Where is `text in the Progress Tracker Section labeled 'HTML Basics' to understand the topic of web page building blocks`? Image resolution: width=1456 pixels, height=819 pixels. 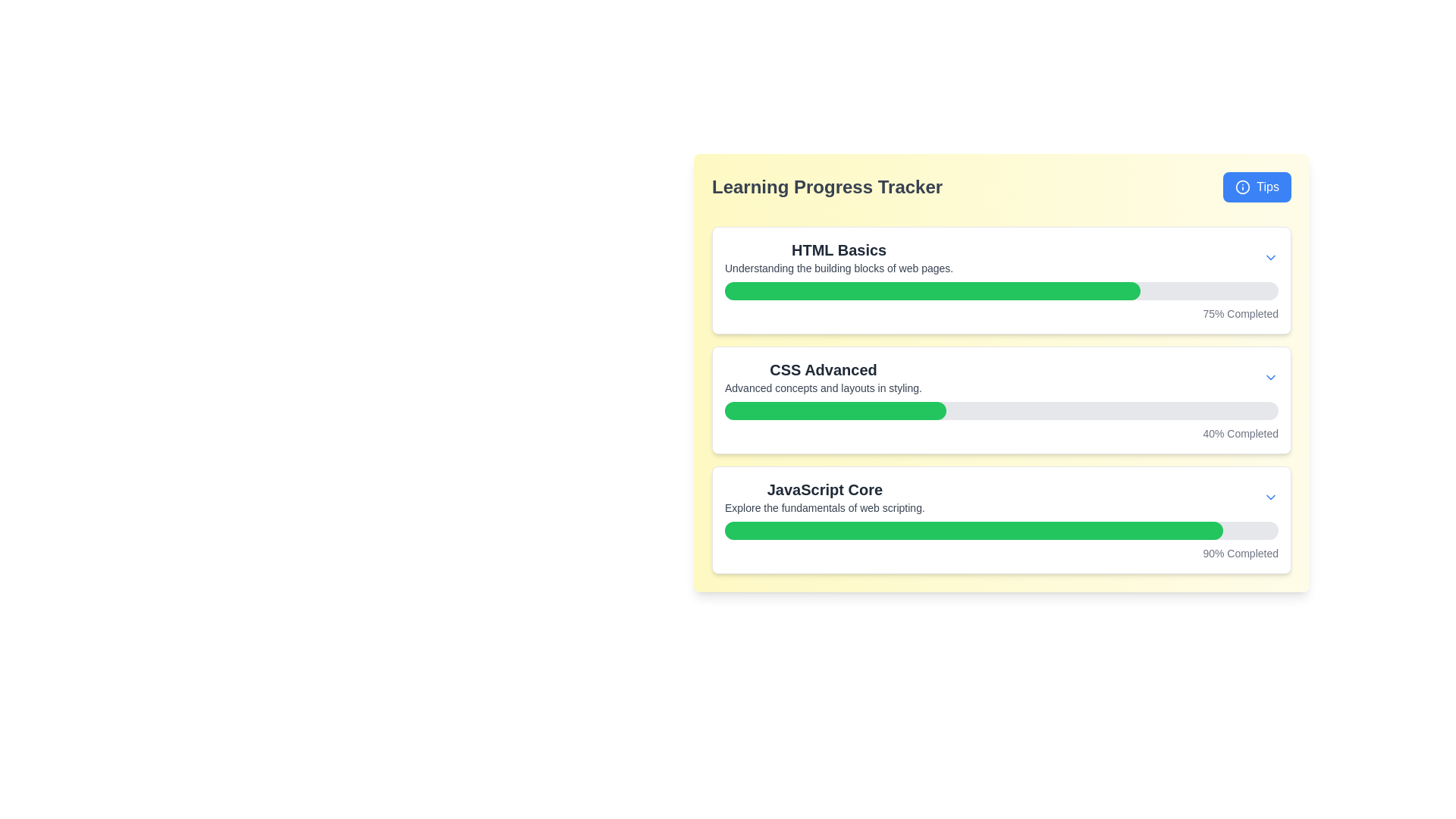
text in the Progress Tracker Section labeled 'HTML Basics' to understand the topic of web page building blocks is located at coordinates (1001, 281).